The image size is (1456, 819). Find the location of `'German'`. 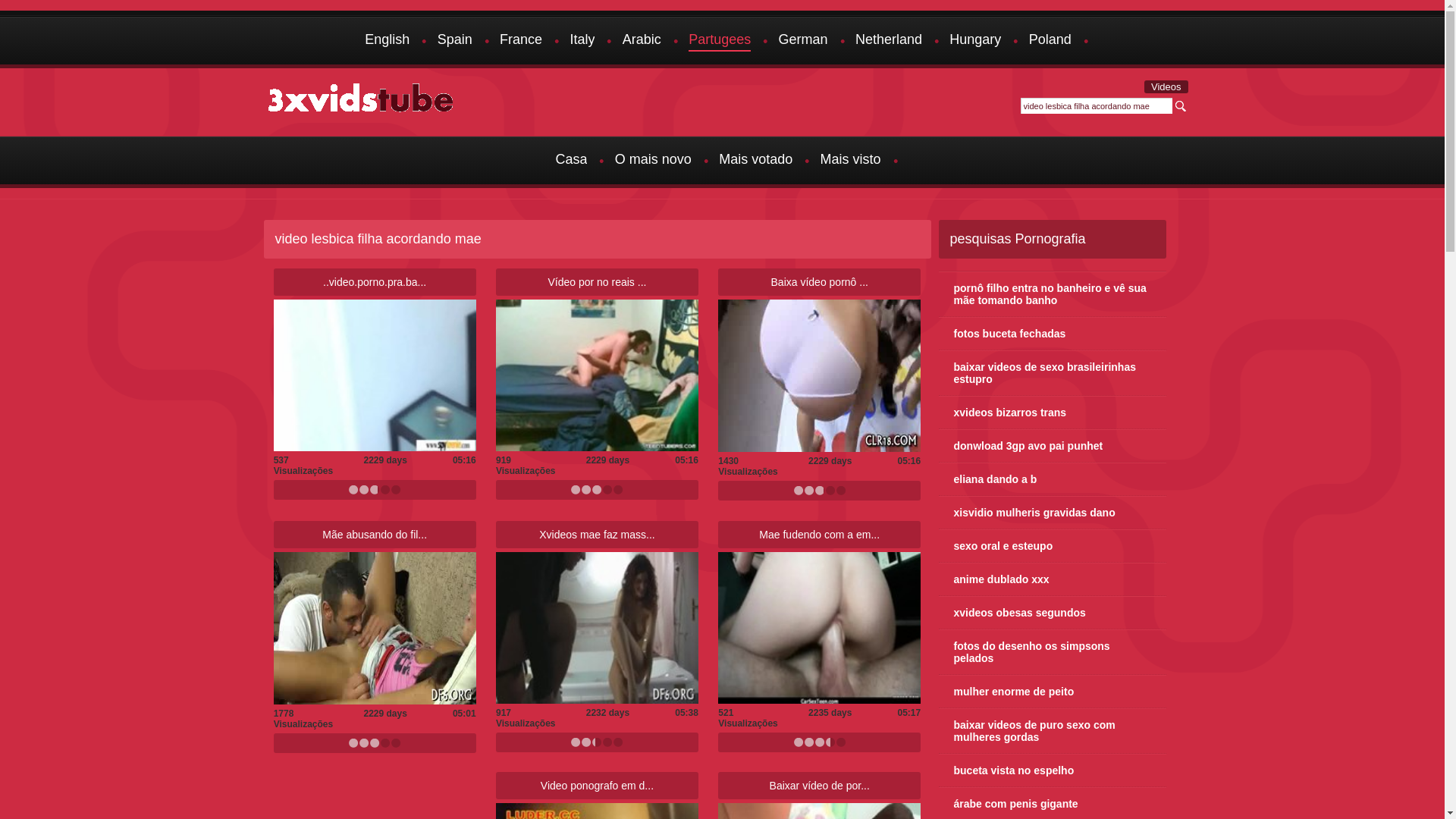

'German' is located at coordinates (802, 40).